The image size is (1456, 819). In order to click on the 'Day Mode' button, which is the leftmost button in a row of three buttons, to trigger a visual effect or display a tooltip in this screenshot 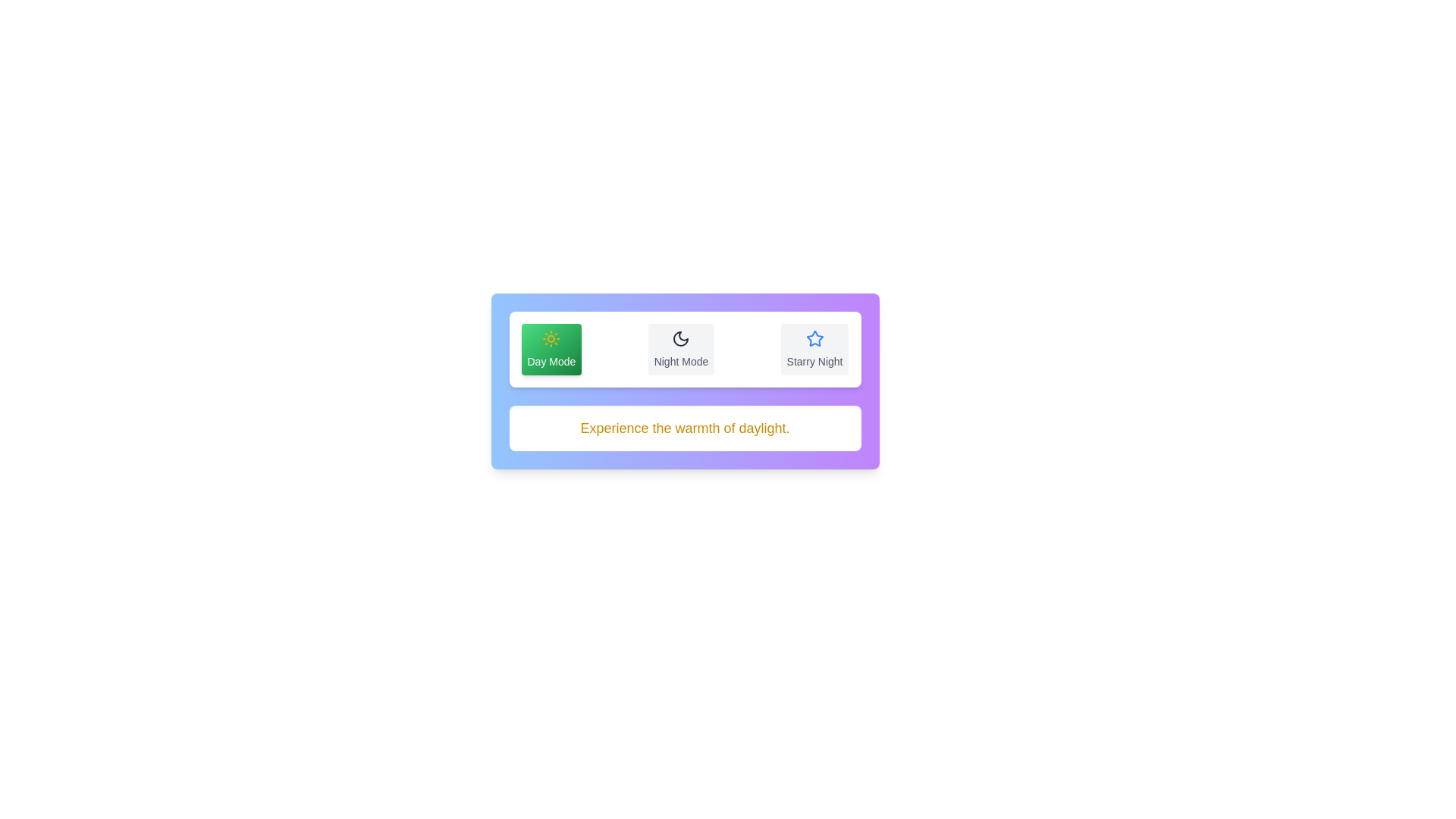, I will do `click(684, 350)`.